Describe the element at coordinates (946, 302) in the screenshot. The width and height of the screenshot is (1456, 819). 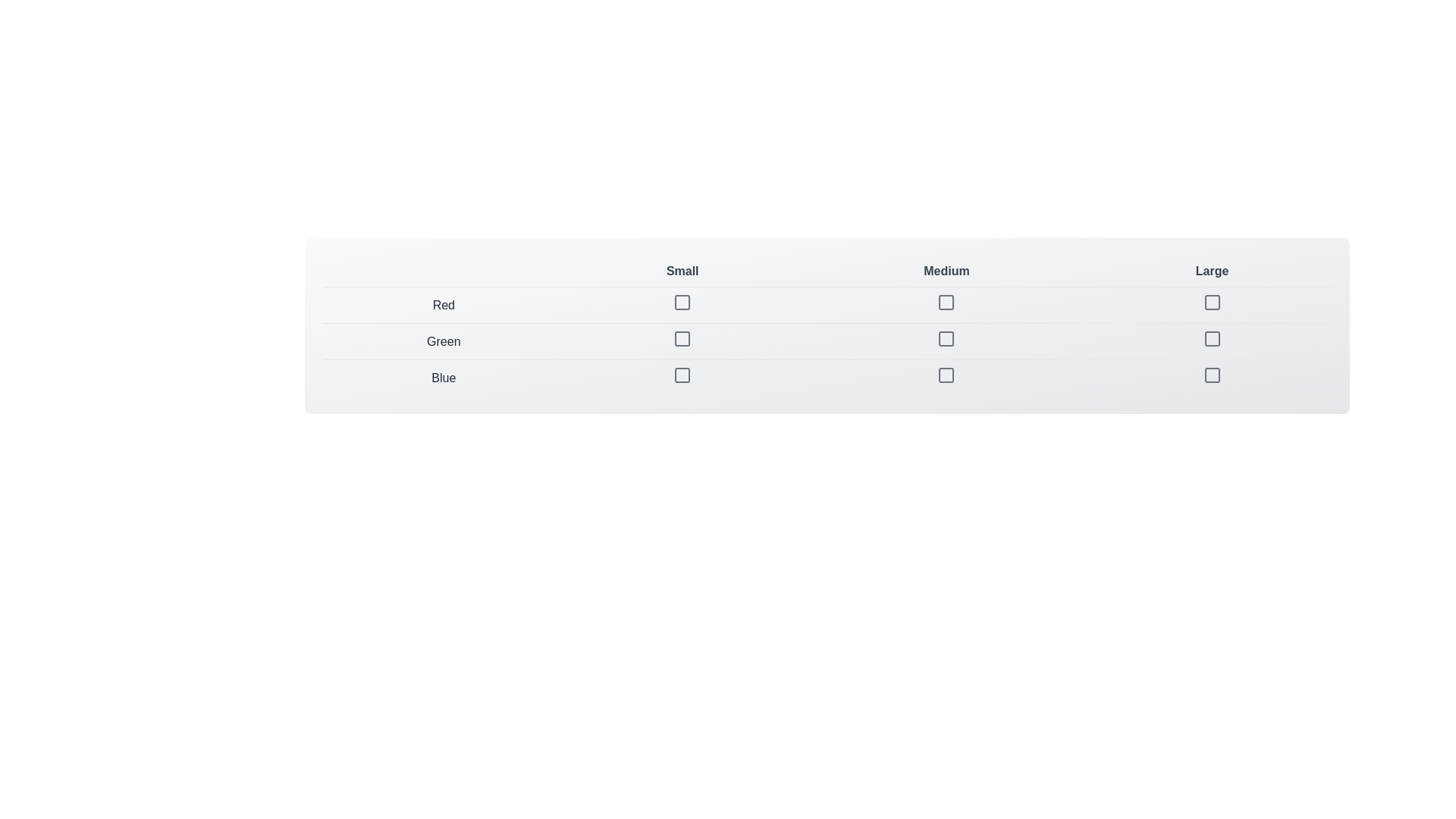
I see `the checkbox for selecting the 'Medium' size option in the 'Red' color category, located in the second column and first row of the table` at that location.